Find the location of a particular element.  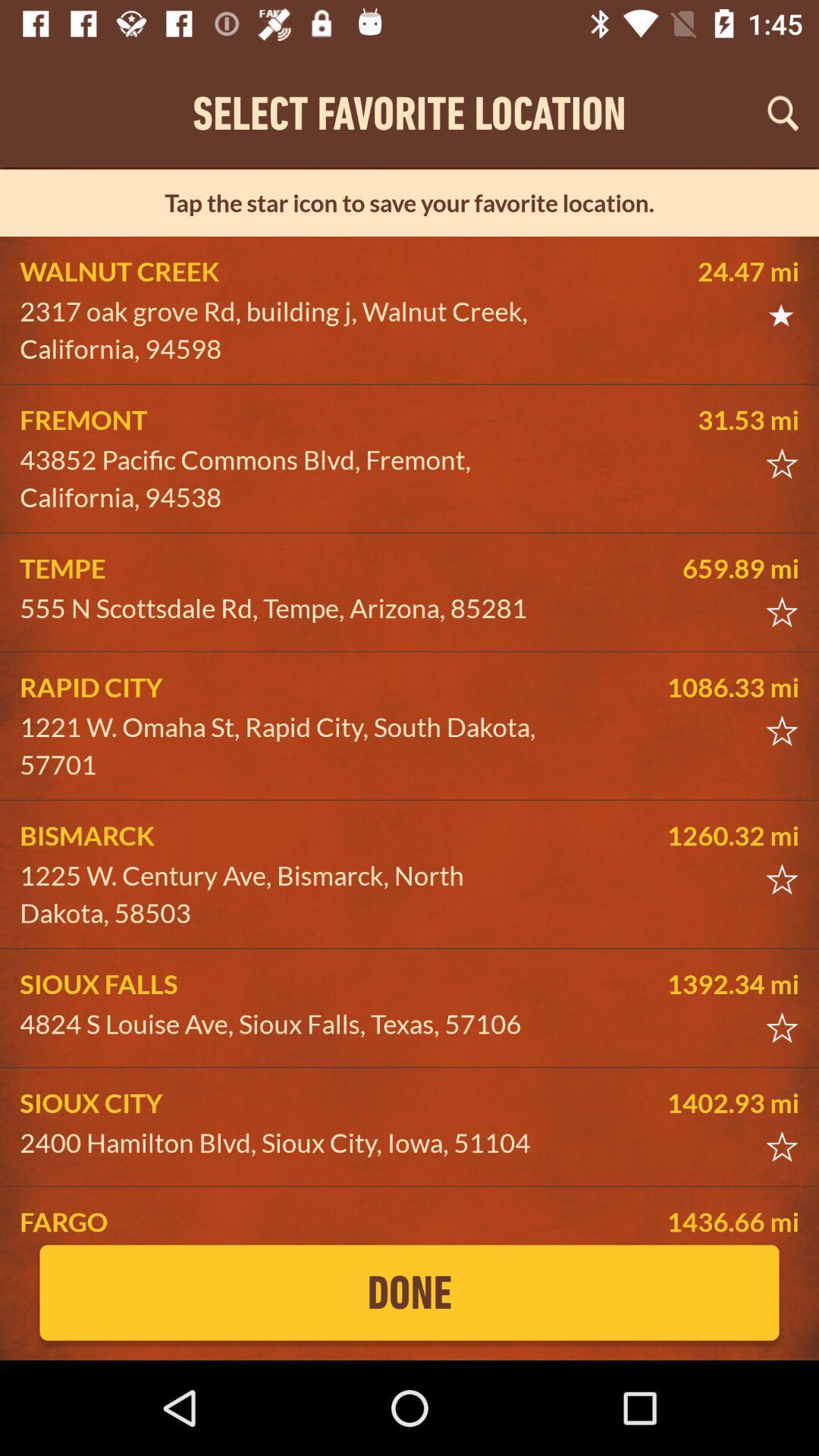

the 1221 w omaha is located at coordinates (285, 745).